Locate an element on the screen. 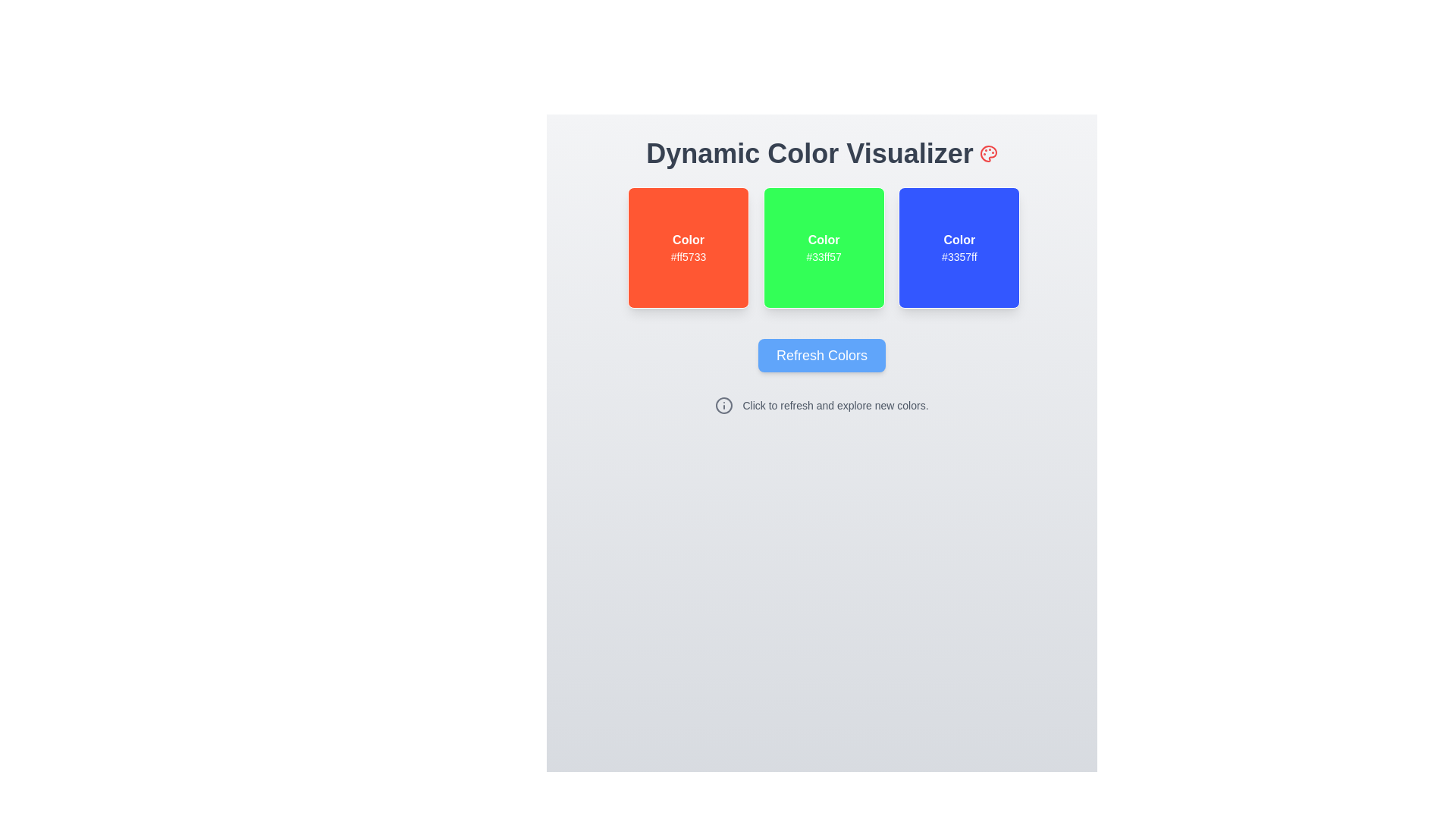  the 'Color' text label which is styled in bold and capitalized font, located at the top of the blue square card is located at coordinates (959, 239).